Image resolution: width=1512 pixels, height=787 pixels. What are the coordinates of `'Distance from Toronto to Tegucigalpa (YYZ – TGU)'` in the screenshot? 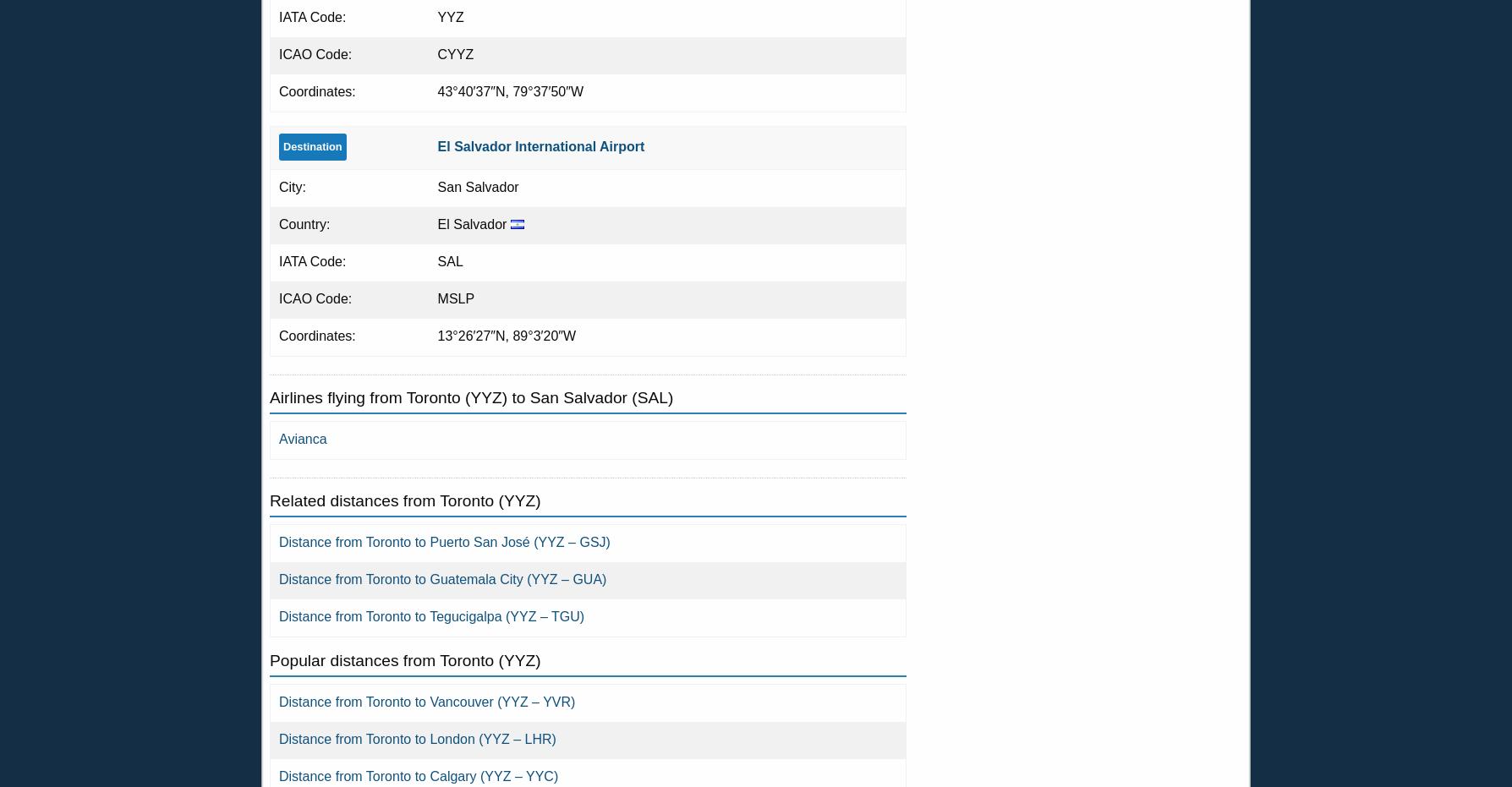 It's located at (431, 615).